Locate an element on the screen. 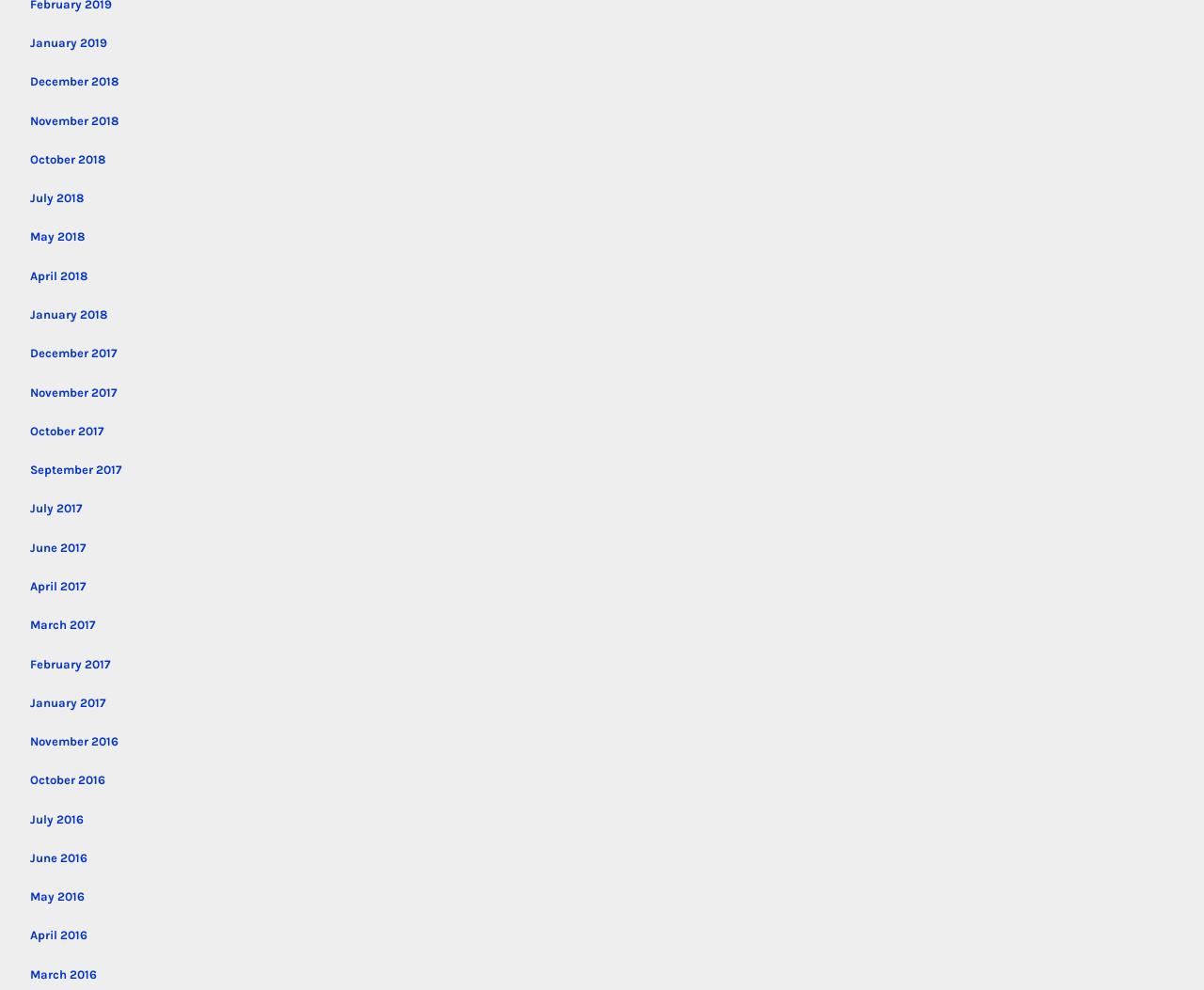  'May 2018' is located at coordinates (57, 235).